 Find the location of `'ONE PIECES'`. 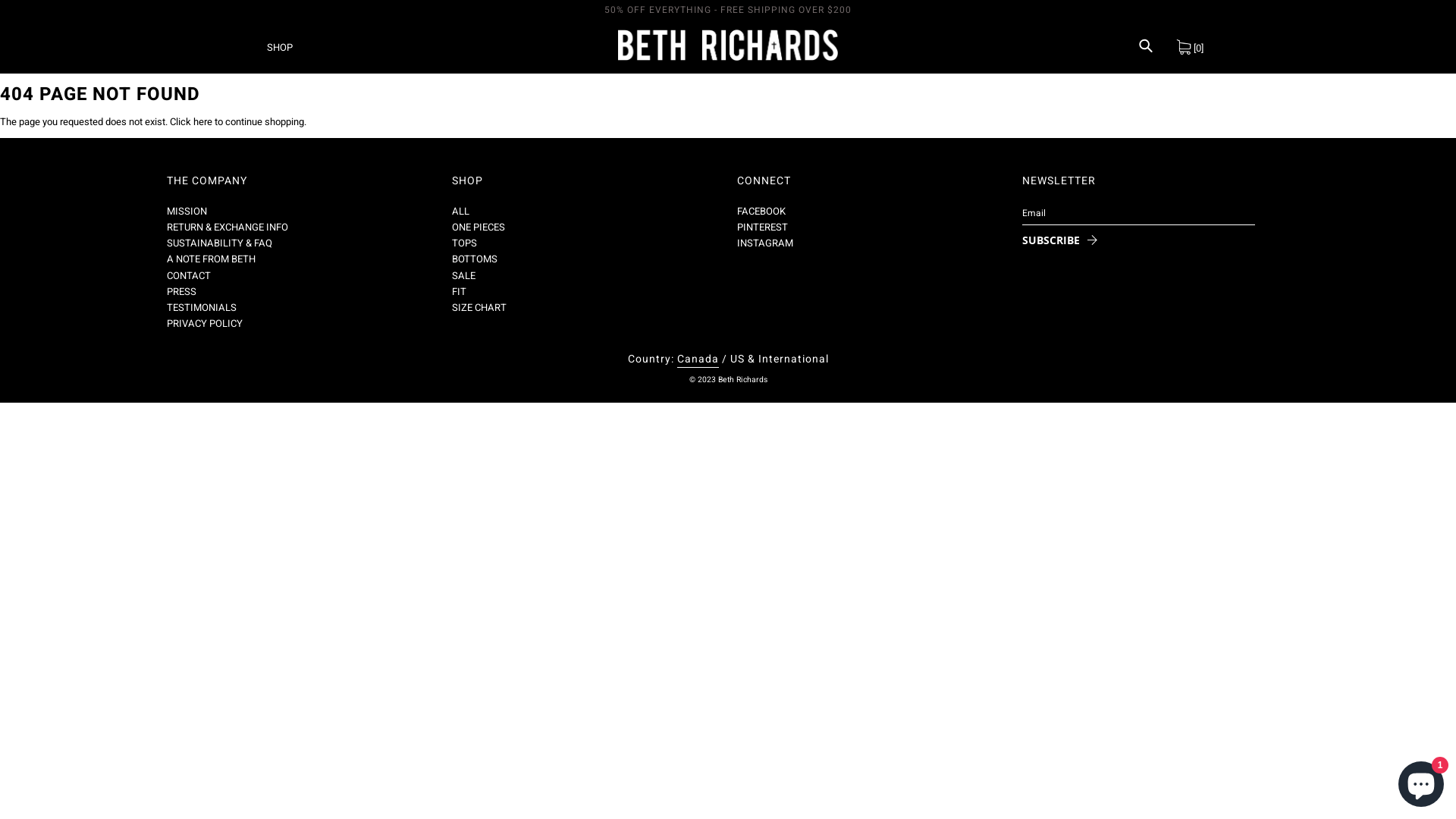

'ONE PIECES' is located at coordinates (477, 227).